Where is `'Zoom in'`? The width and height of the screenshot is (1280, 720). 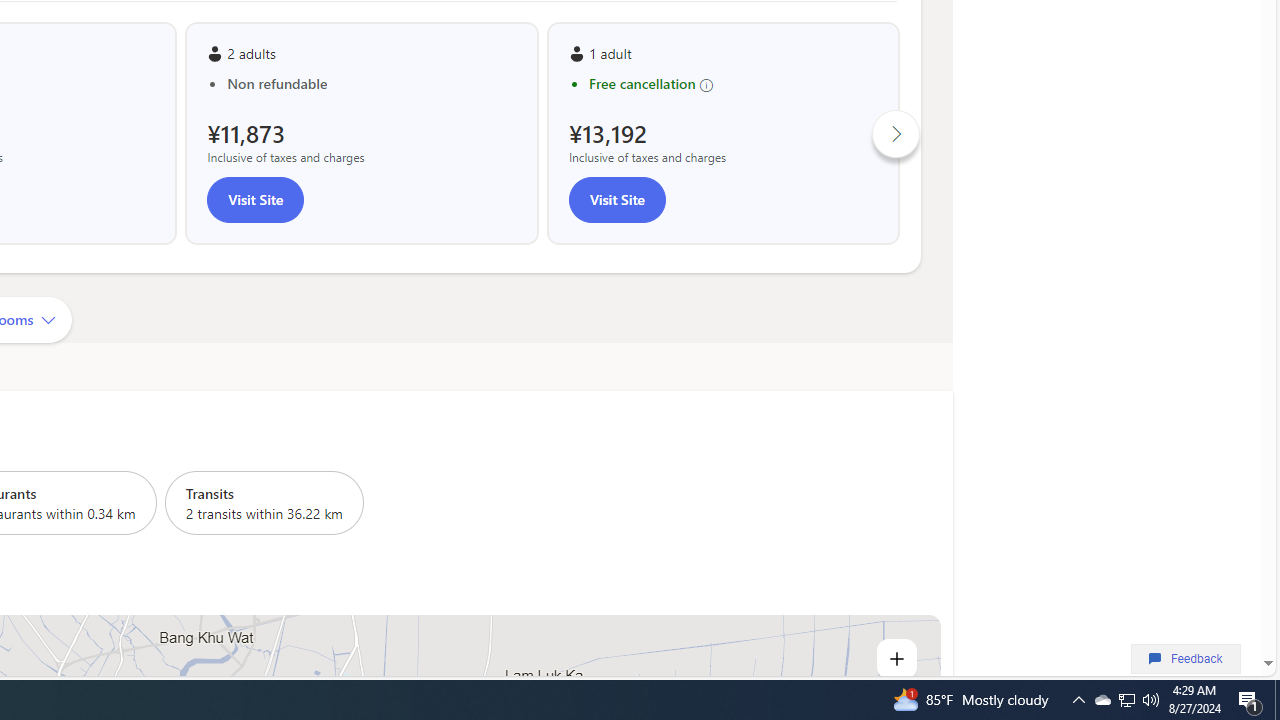
'Zoom in' is located at coordinates (895, 659).